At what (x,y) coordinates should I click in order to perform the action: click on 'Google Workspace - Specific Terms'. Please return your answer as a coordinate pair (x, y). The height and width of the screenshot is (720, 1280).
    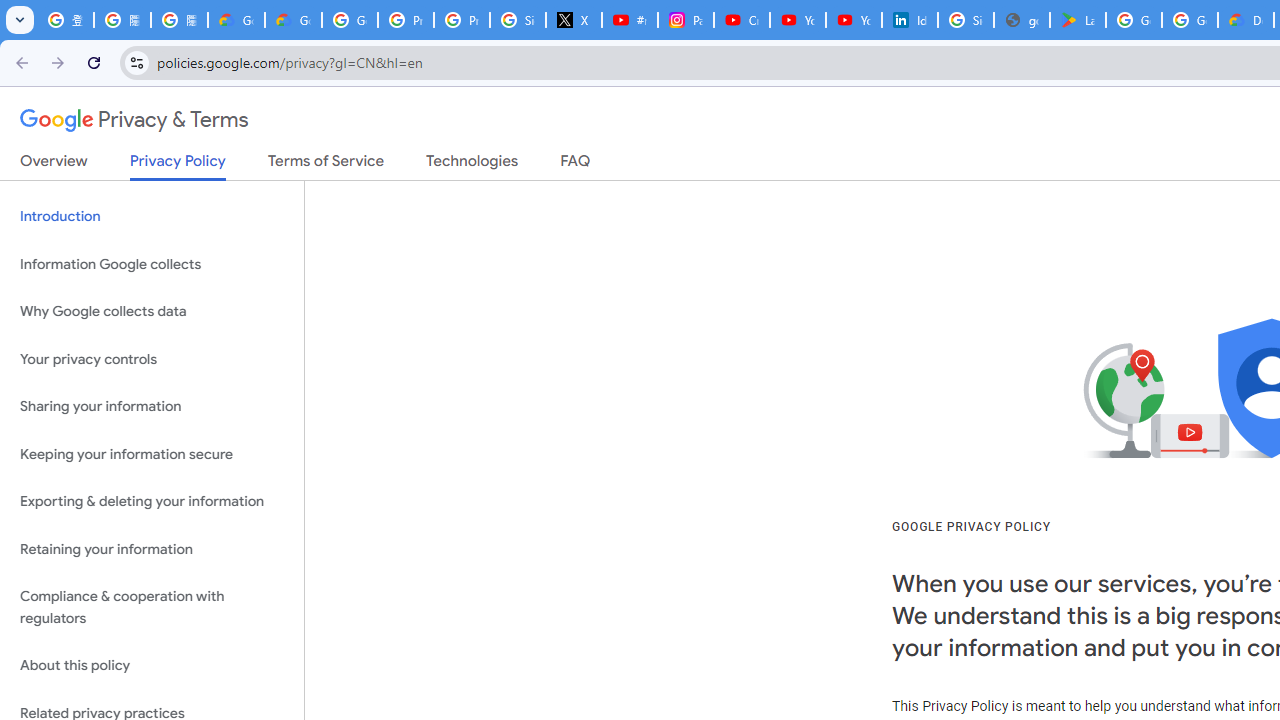
    Looking at the image, I should click on (1190, 20).